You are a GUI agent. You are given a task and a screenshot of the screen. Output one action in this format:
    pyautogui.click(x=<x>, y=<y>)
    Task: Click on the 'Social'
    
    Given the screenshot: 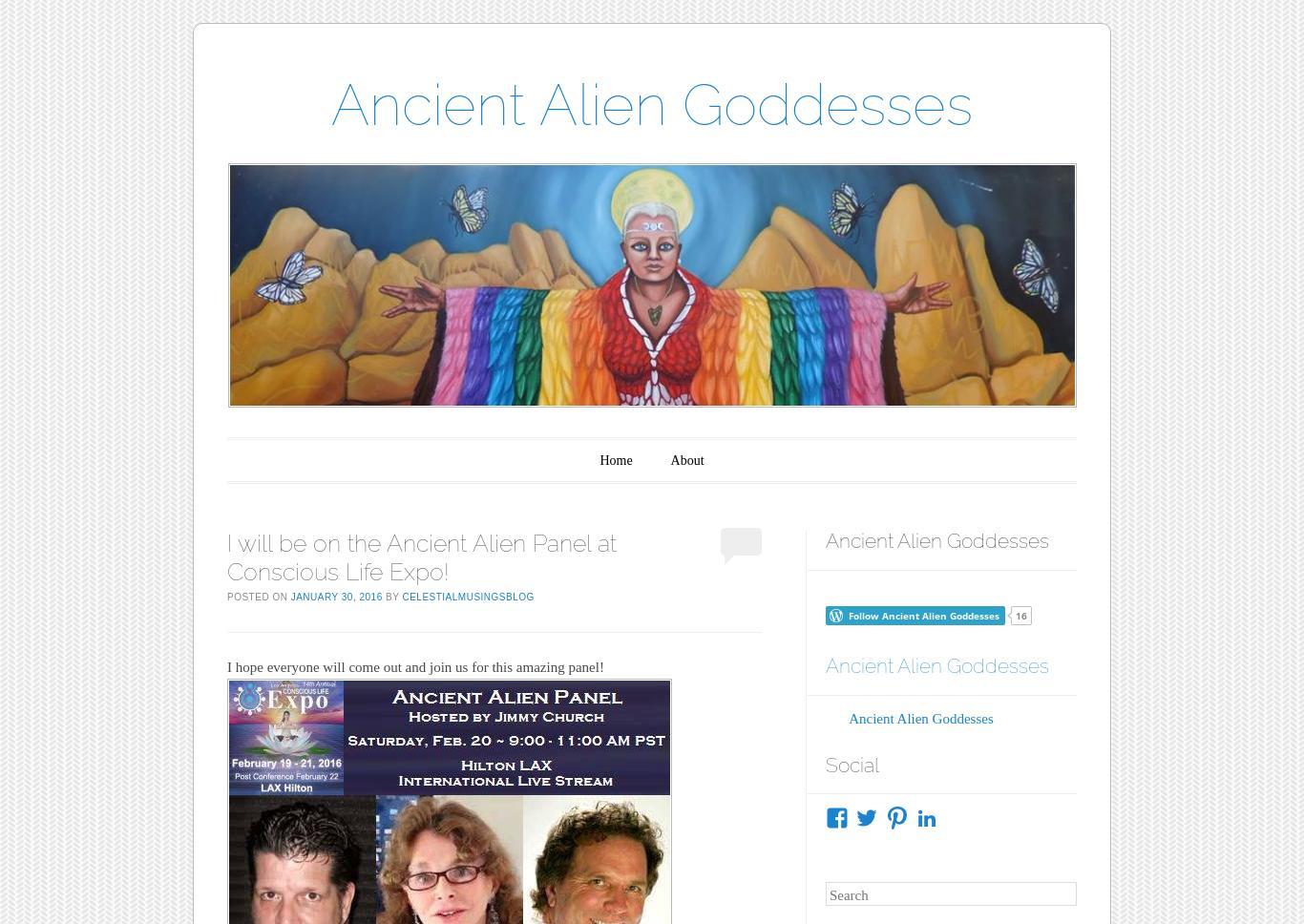 What is the action you would take?
    pyautogui.click(x=850, y=763)
    